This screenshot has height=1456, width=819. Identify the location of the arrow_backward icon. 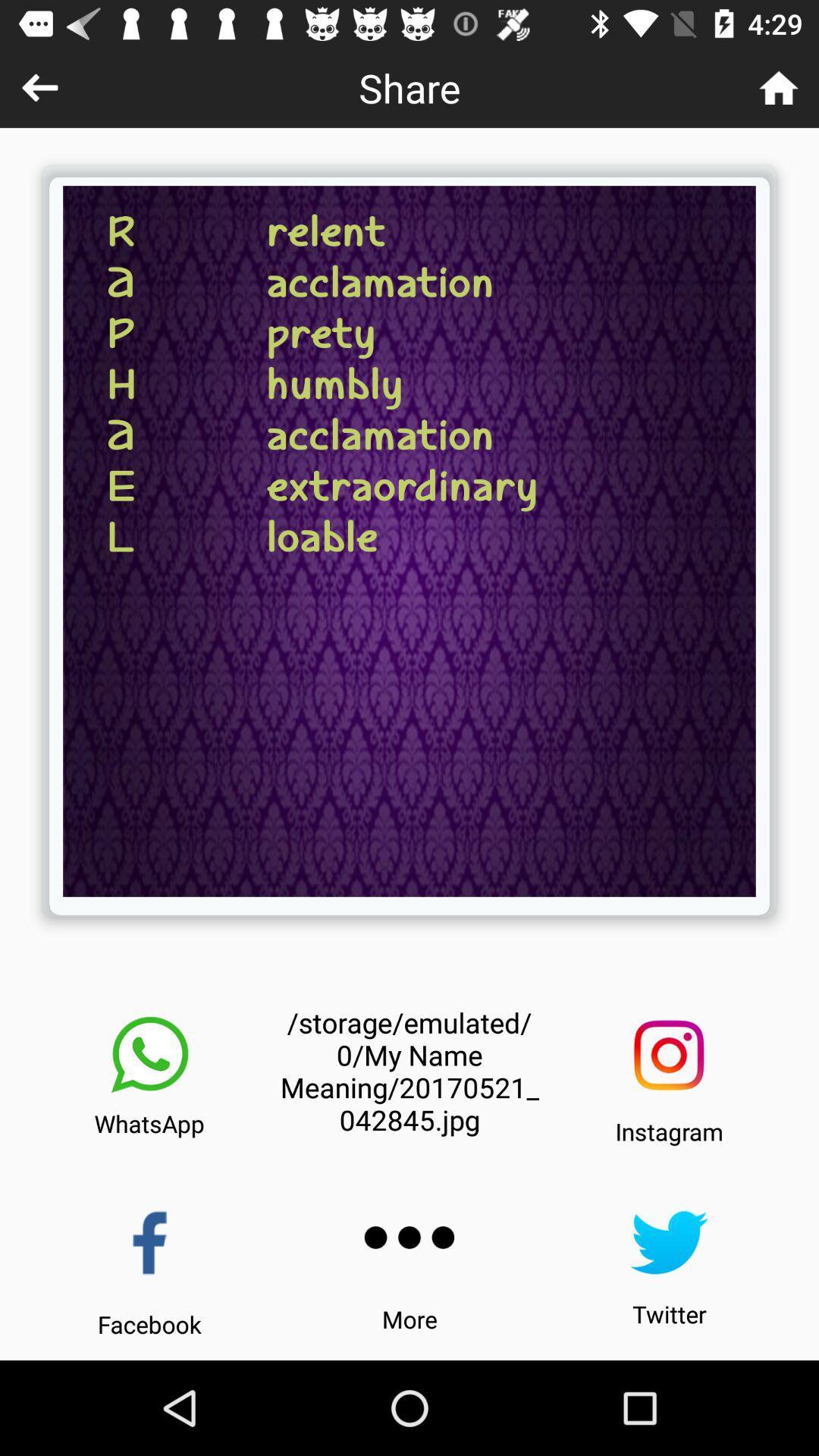
(39, 86).